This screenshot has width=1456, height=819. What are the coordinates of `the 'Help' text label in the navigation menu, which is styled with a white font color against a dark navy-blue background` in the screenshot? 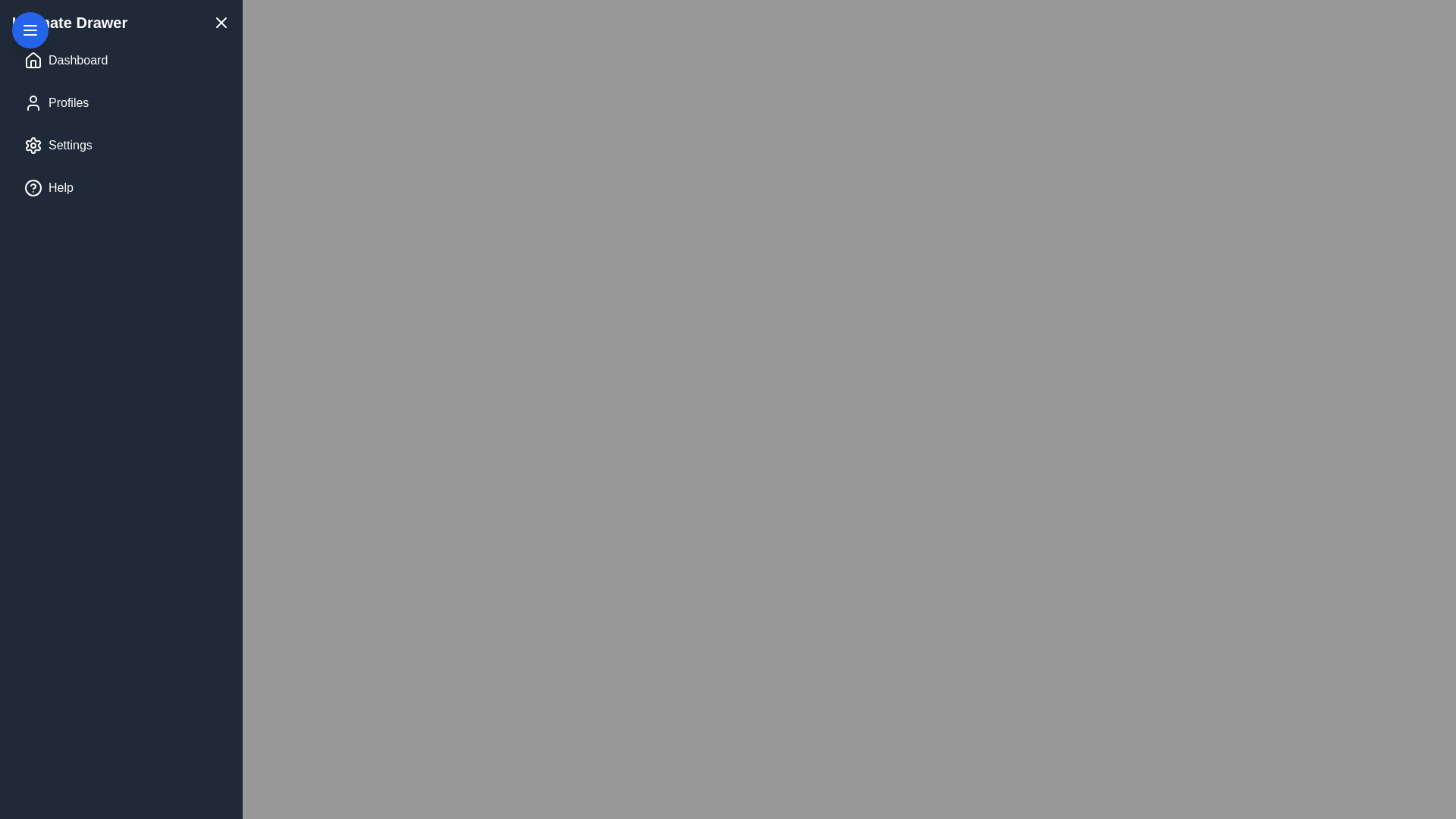 It's located at (61, 187).